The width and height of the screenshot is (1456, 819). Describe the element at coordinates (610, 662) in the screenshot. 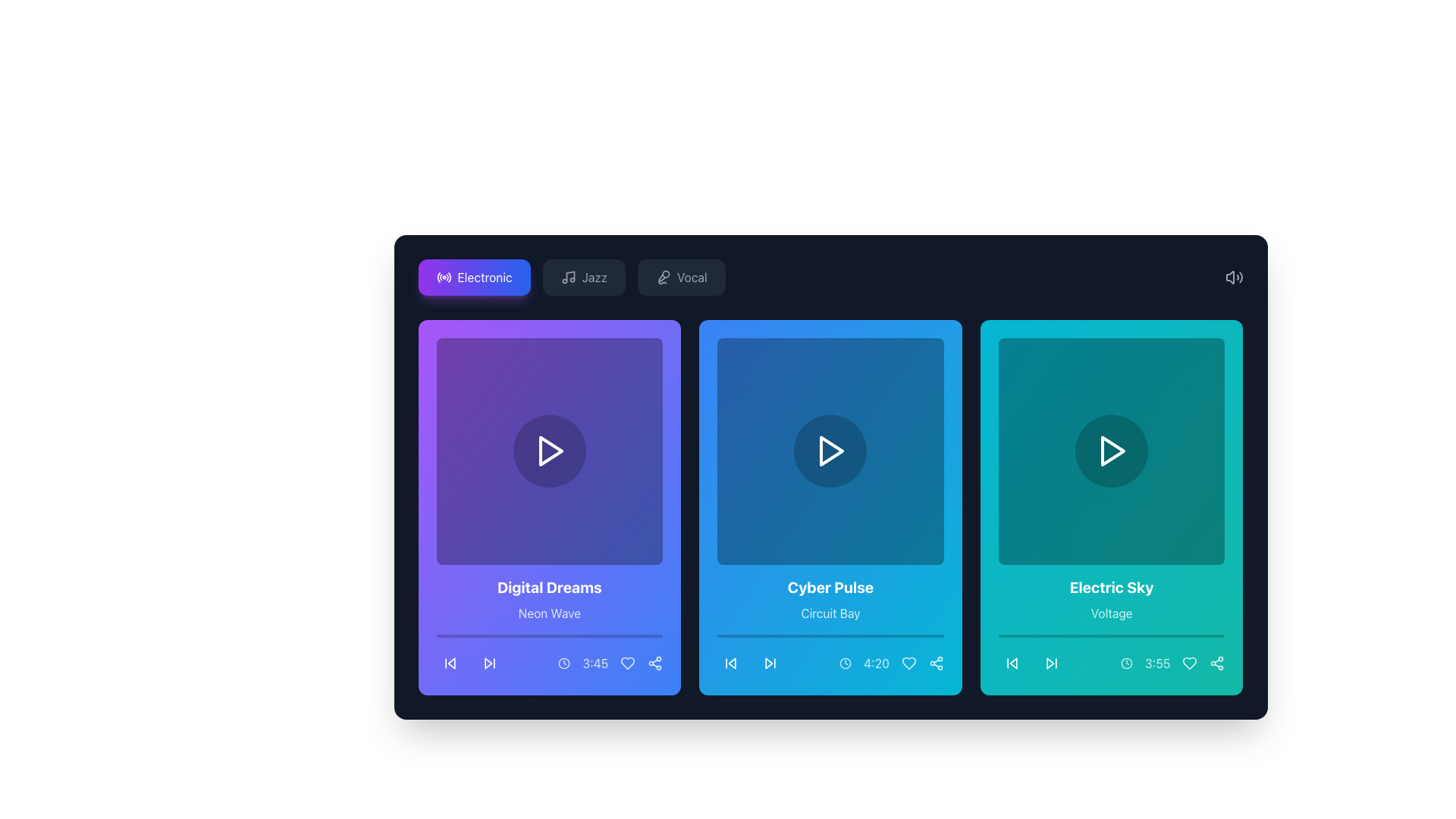

I see `the time label displaying '3:45' in white on a blue background, located in the bottom bar of the 'Digital Dreams' section between a clock icon and an outlined heart icon` at that location.